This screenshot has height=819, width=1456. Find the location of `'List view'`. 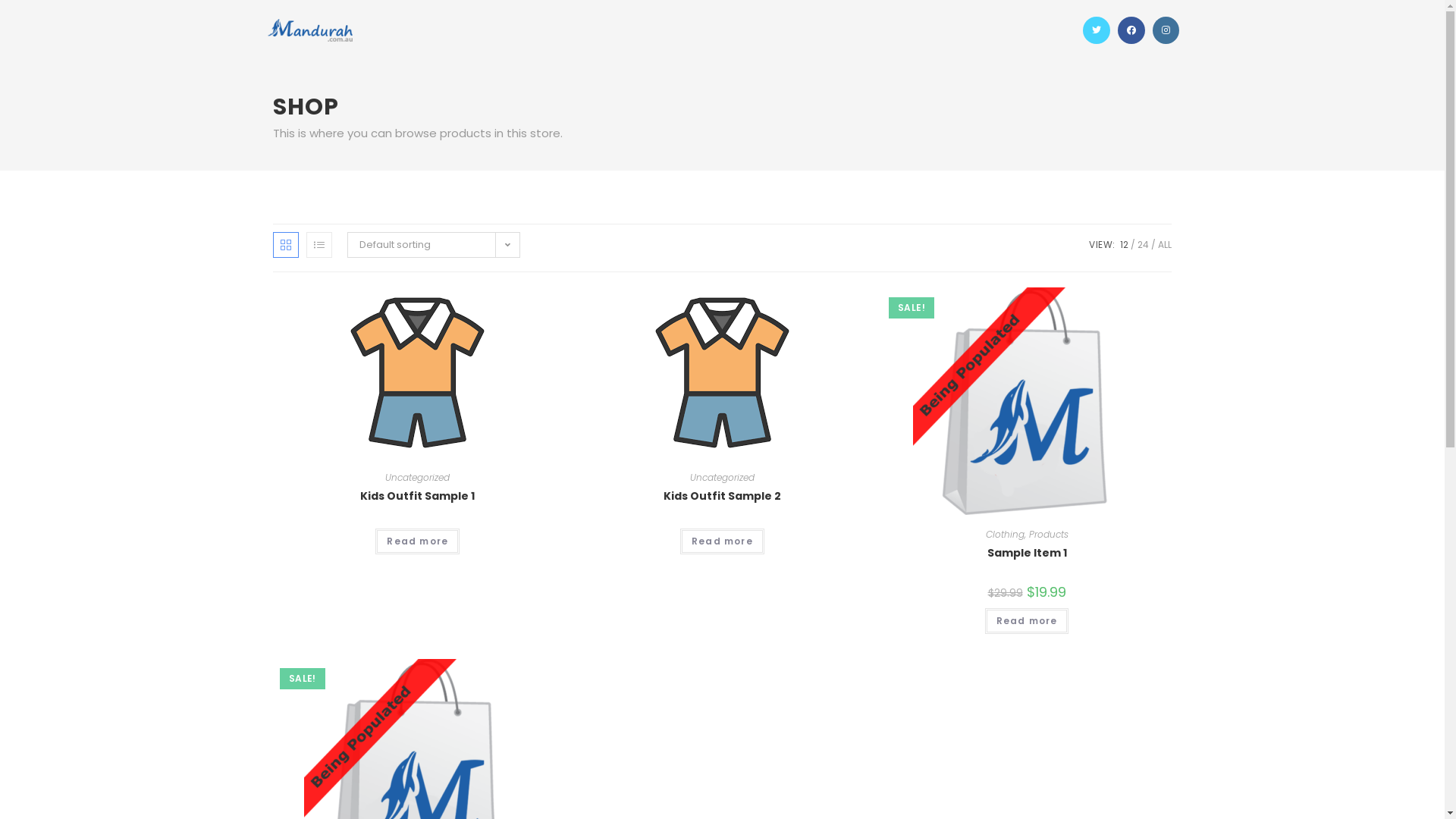

'List view' is located at coordinates (318, 244).